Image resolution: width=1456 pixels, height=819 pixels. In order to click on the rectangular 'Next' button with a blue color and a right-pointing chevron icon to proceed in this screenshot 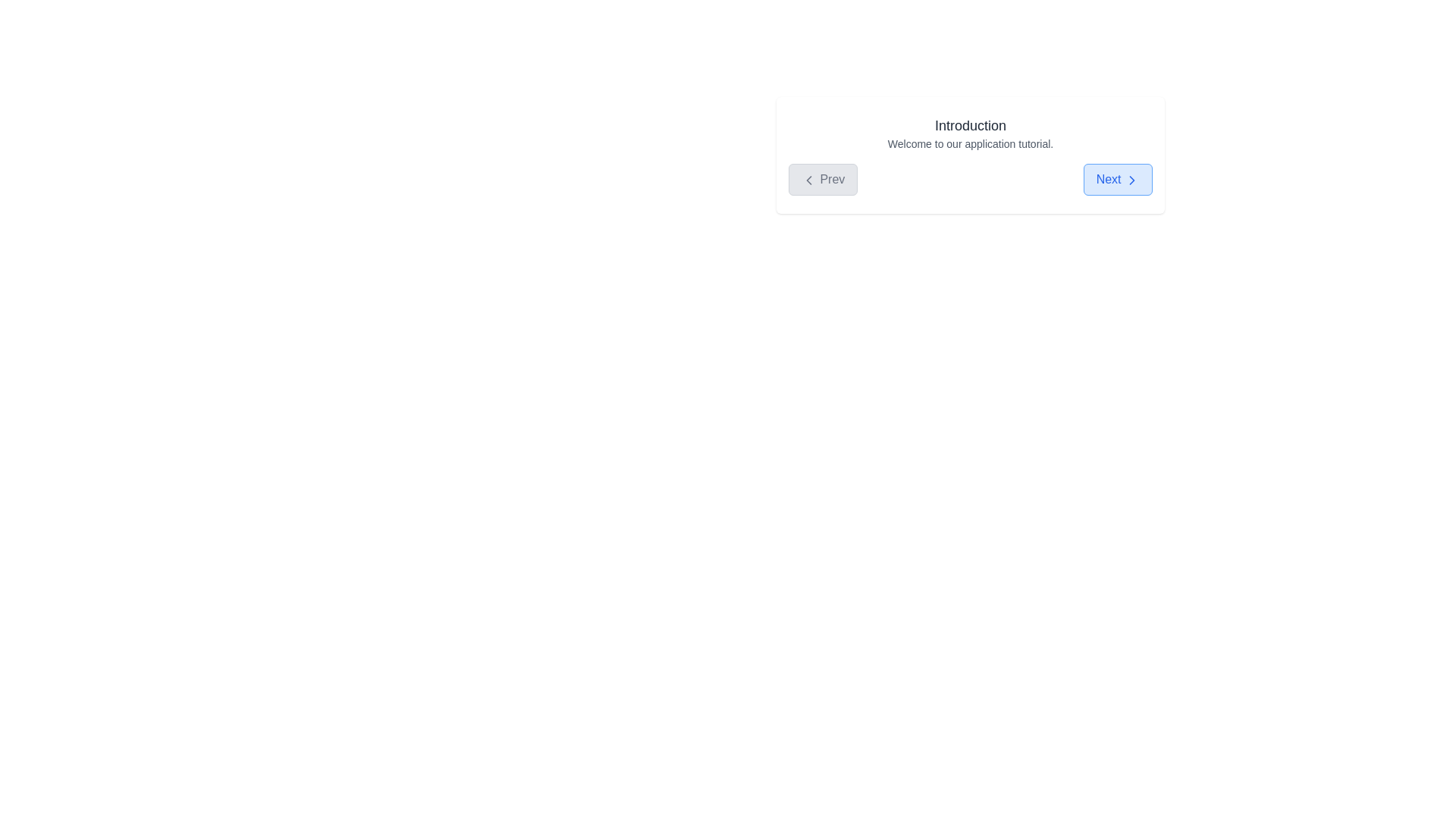, I will do `click(1117, 178)`.